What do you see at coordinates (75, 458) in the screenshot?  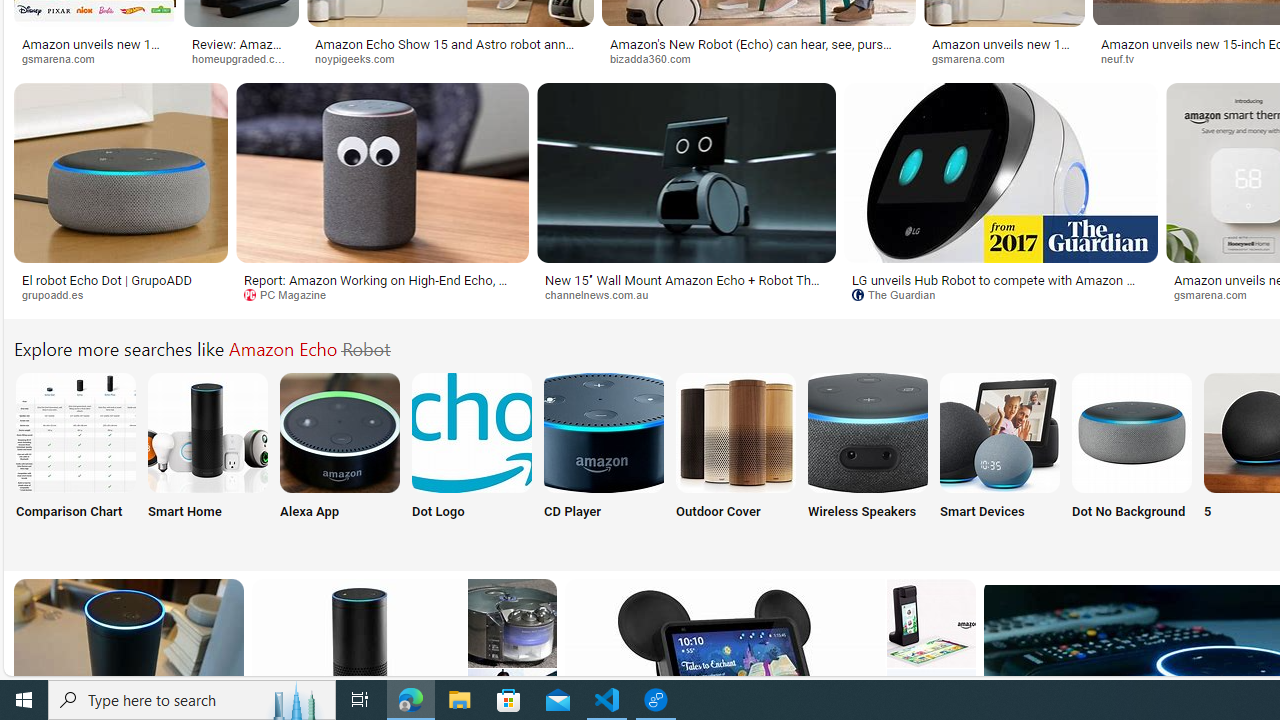 I see `'Amazon Echo Comparison Chart Comparison Chart'` at bounding box center [75, 458].